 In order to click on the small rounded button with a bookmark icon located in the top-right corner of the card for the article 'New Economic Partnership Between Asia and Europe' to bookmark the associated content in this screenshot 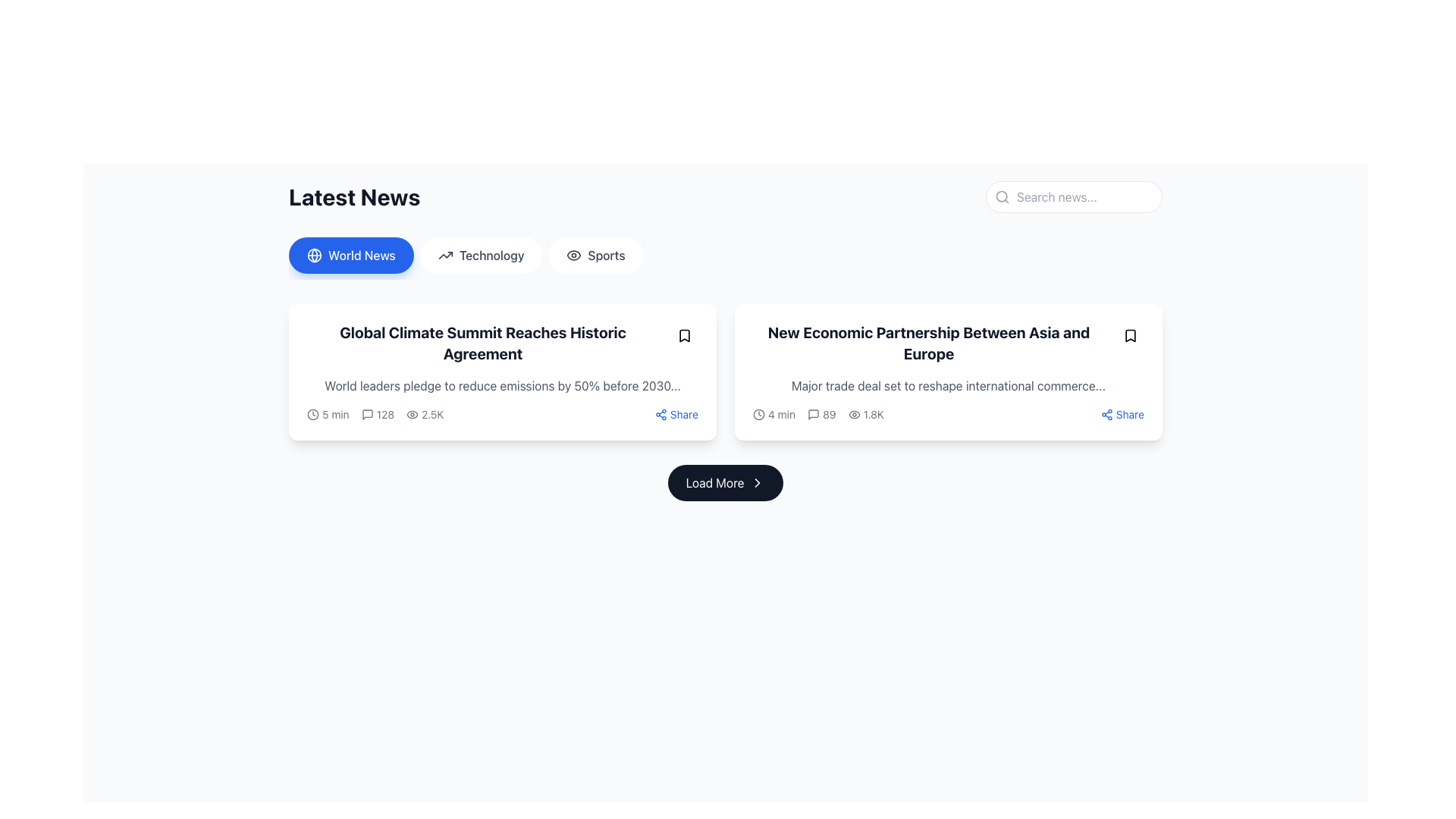, I will do `click(1131, 335)`.